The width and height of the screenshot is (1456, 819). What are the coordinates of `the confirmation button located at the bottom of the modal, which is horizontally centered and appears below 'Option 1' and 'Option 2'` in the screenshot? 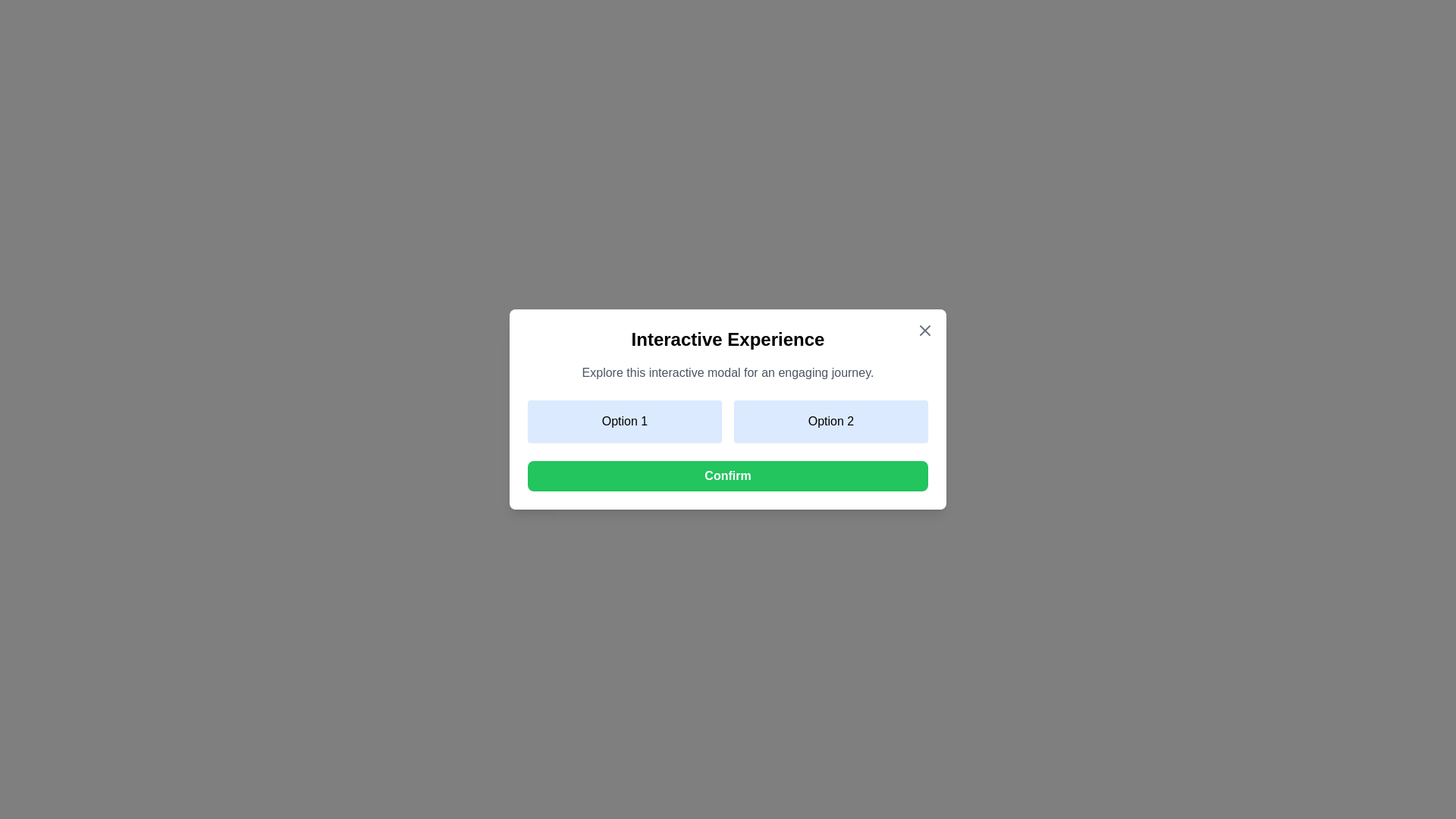 It's located at (728, 475).